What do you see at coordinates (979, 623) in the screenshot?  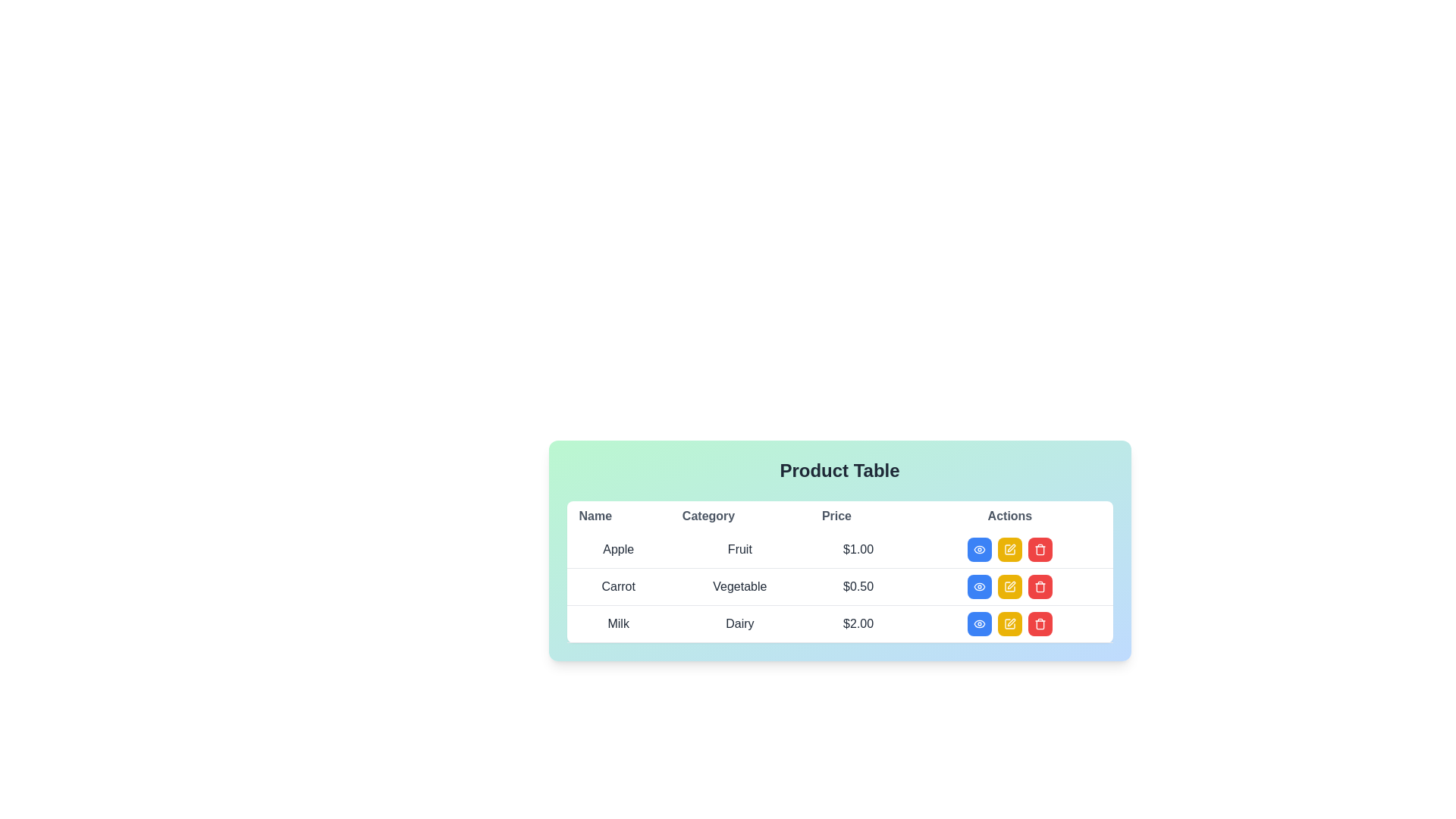 I see `the eye-like icon in the 'Actions' column of the last row in the 'Product Table'` at bounding box center [979, 623].